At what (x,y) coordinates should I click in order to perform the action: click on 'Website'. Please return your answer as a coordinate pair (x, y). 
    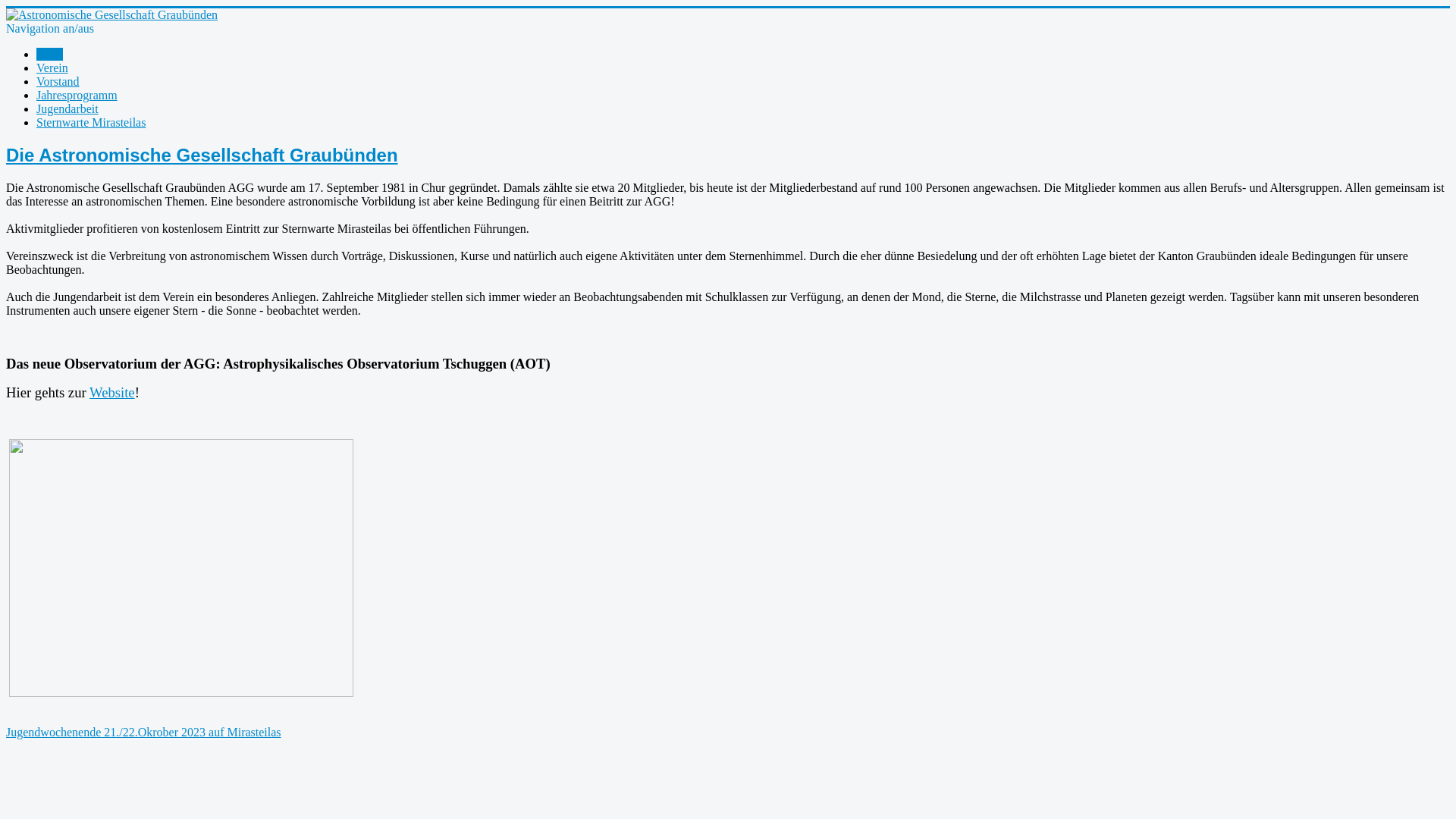
    Looking at the image, I should click on (89, 391).